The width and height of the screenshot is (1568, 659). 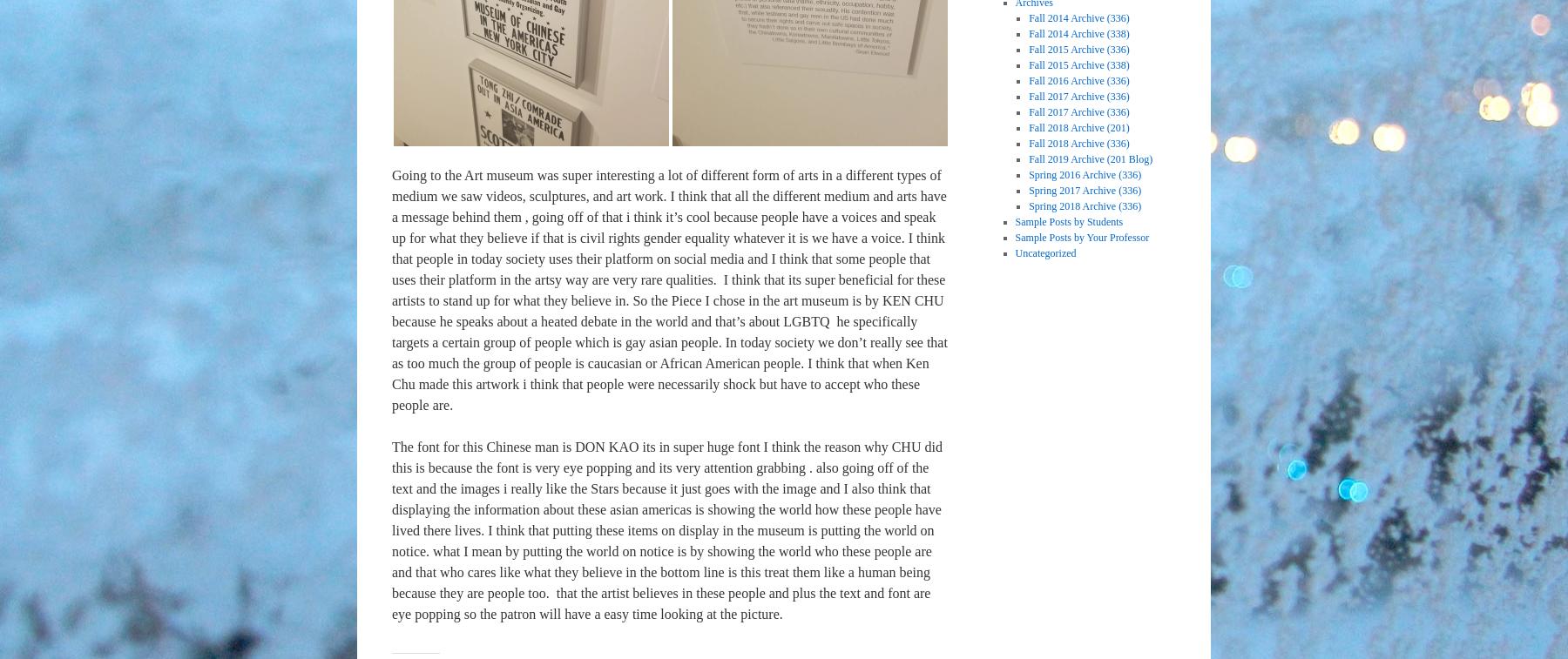 What do you see at coordinates (1085, 205) in the screenshot?
I see `'Spring 2018 Archive (336)'` at bounding box center [1085, 205].